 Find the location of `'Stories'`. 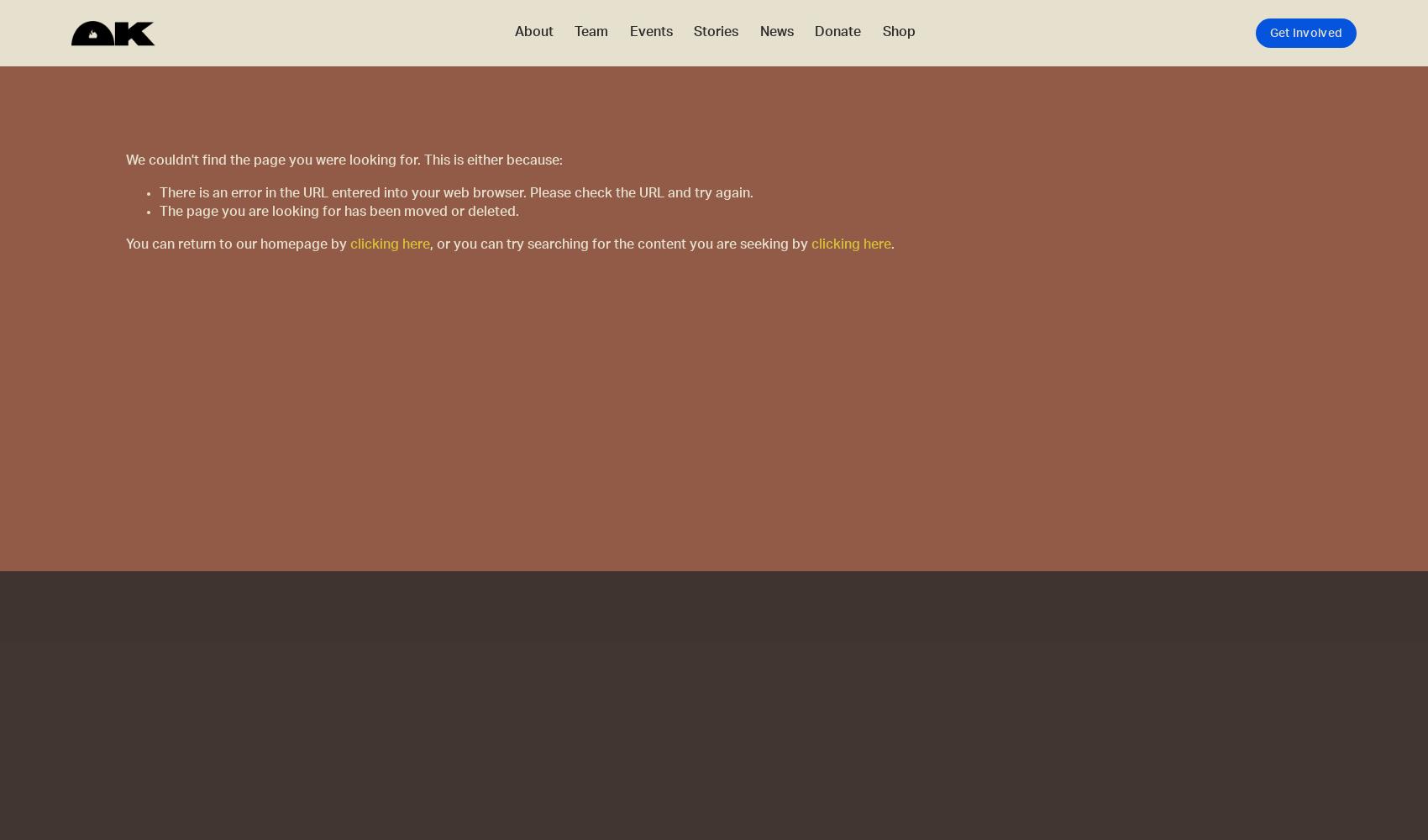

'Stories' is located at coordinates (693, 32).